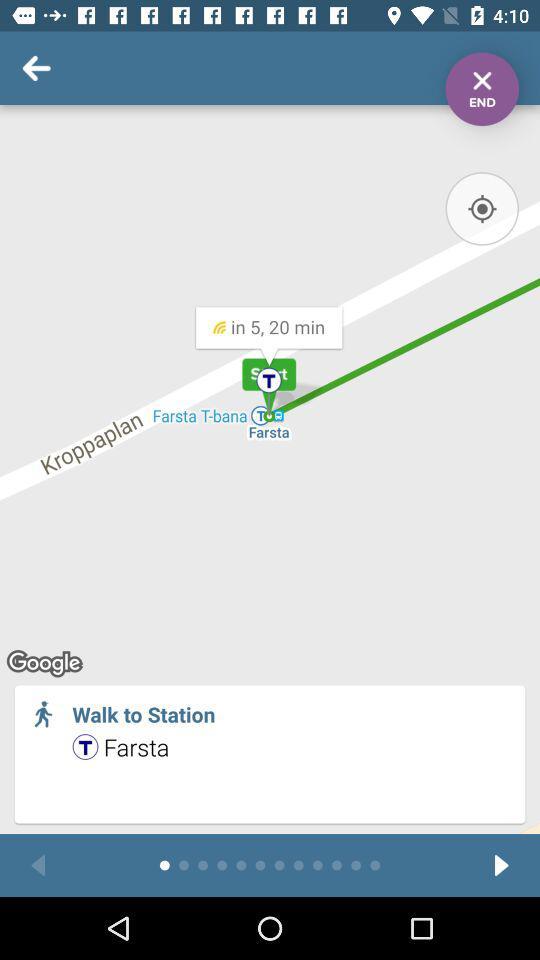 This screenshot has width=540, height=960. I want to click on its helps to go backward, so click(38, 864).